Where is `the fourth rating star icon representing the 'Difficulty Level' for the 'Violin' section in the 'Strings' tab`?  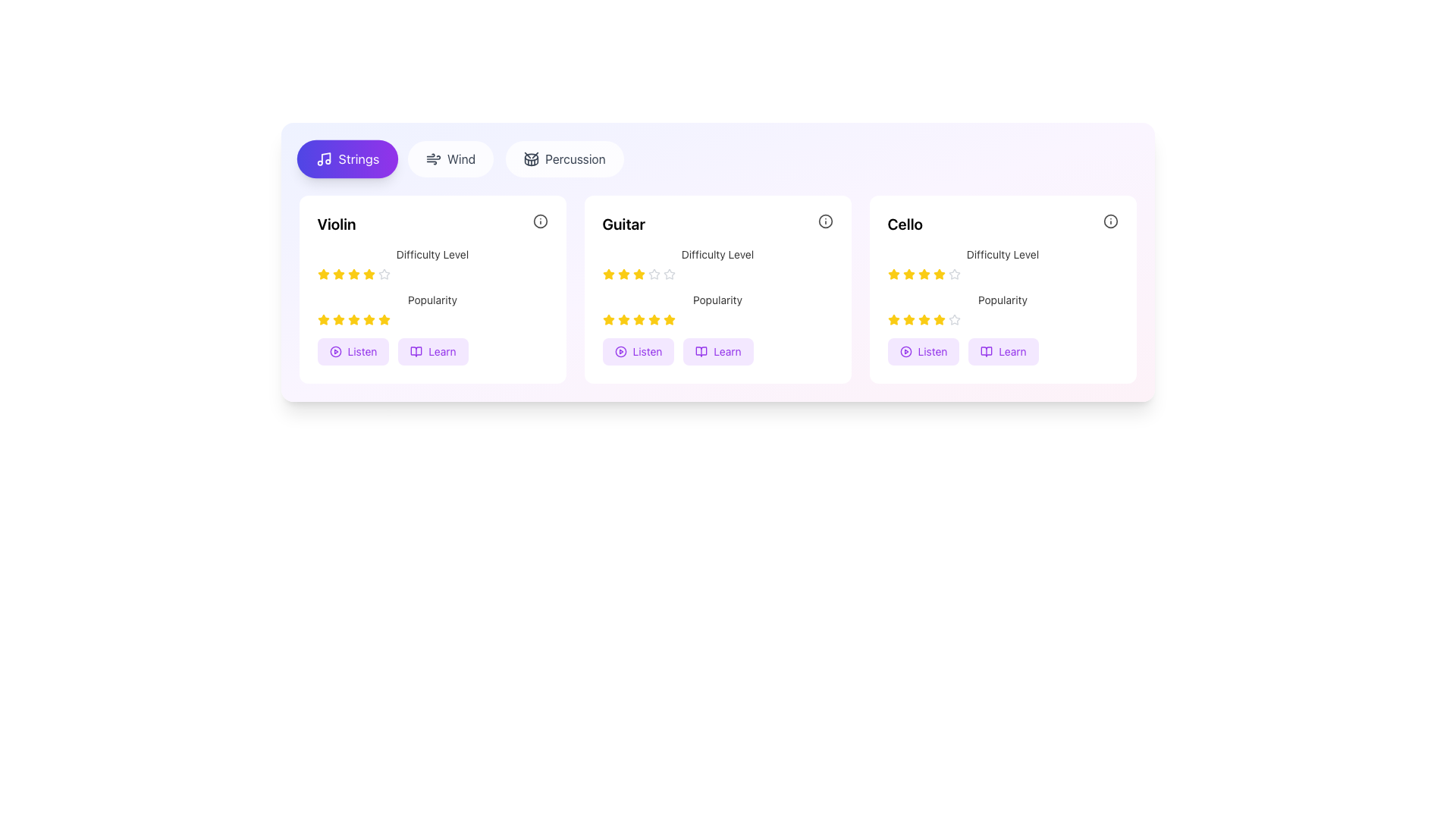
the fourth rating star icon representing the 'Difficulty Level' for the 'Violin' section in the 'Strings' tab is located at coordinates (369, 274).